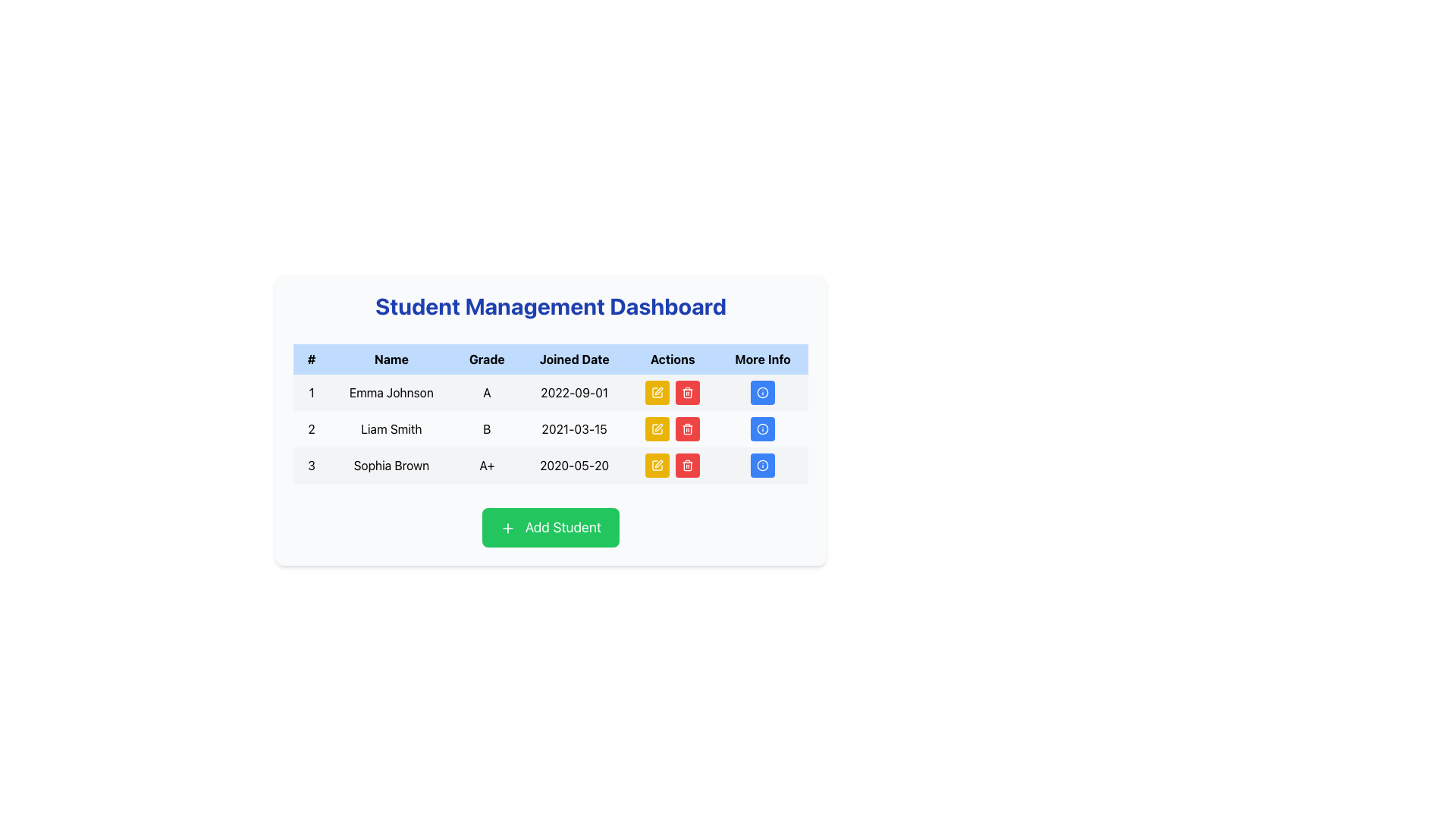  I want to click on the text displaying the date '2021-03-15' located in the fourth column of the table row associated with 'Liam Smith', so click(573, 429).